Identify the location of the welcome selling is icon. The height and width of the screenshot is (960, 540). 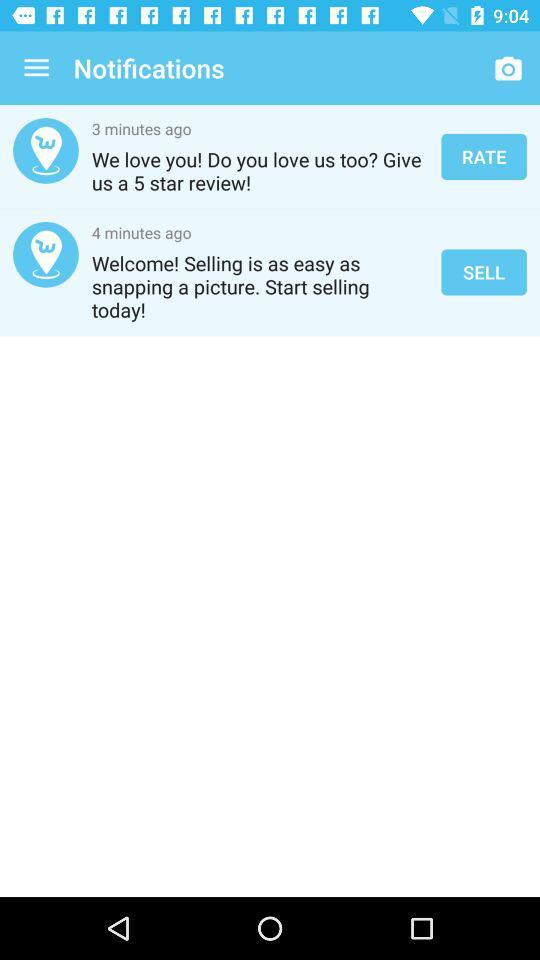
(260, 285).